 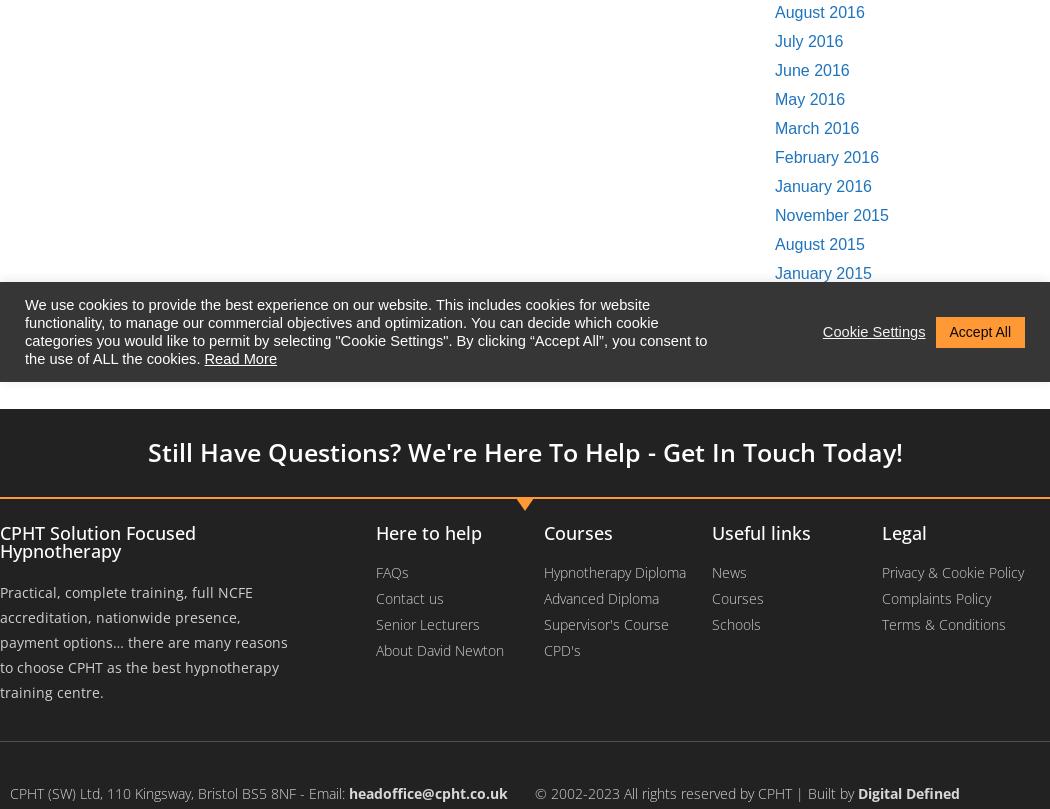 What do you see at coordinates (391, 571) in the screenshot?
I see `'FAQs'` at bounding box center [391, 571].